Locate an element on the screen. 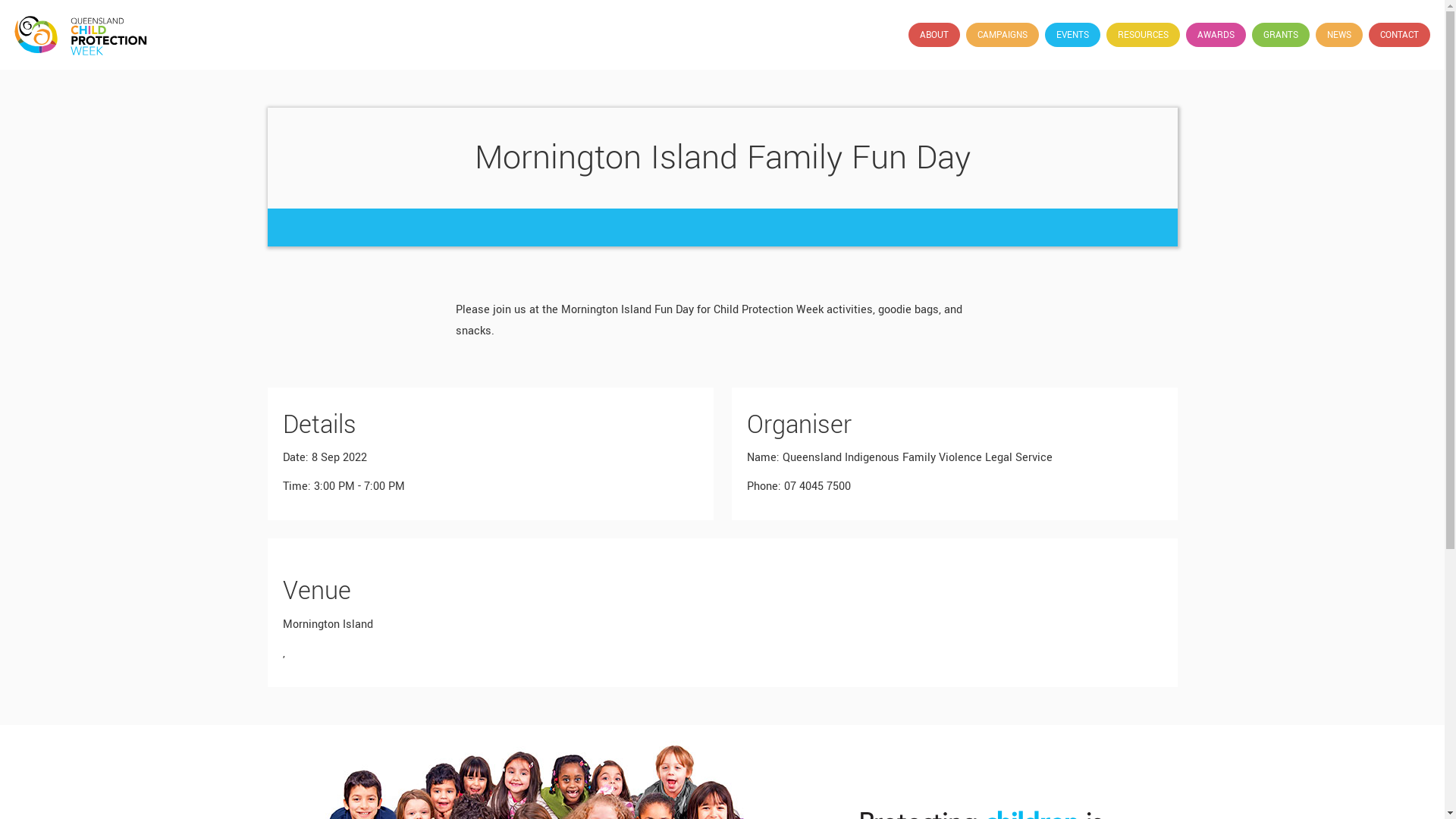 The image size is (1456, 819). 'GRANTS' is located at coordinates (1280, 34).